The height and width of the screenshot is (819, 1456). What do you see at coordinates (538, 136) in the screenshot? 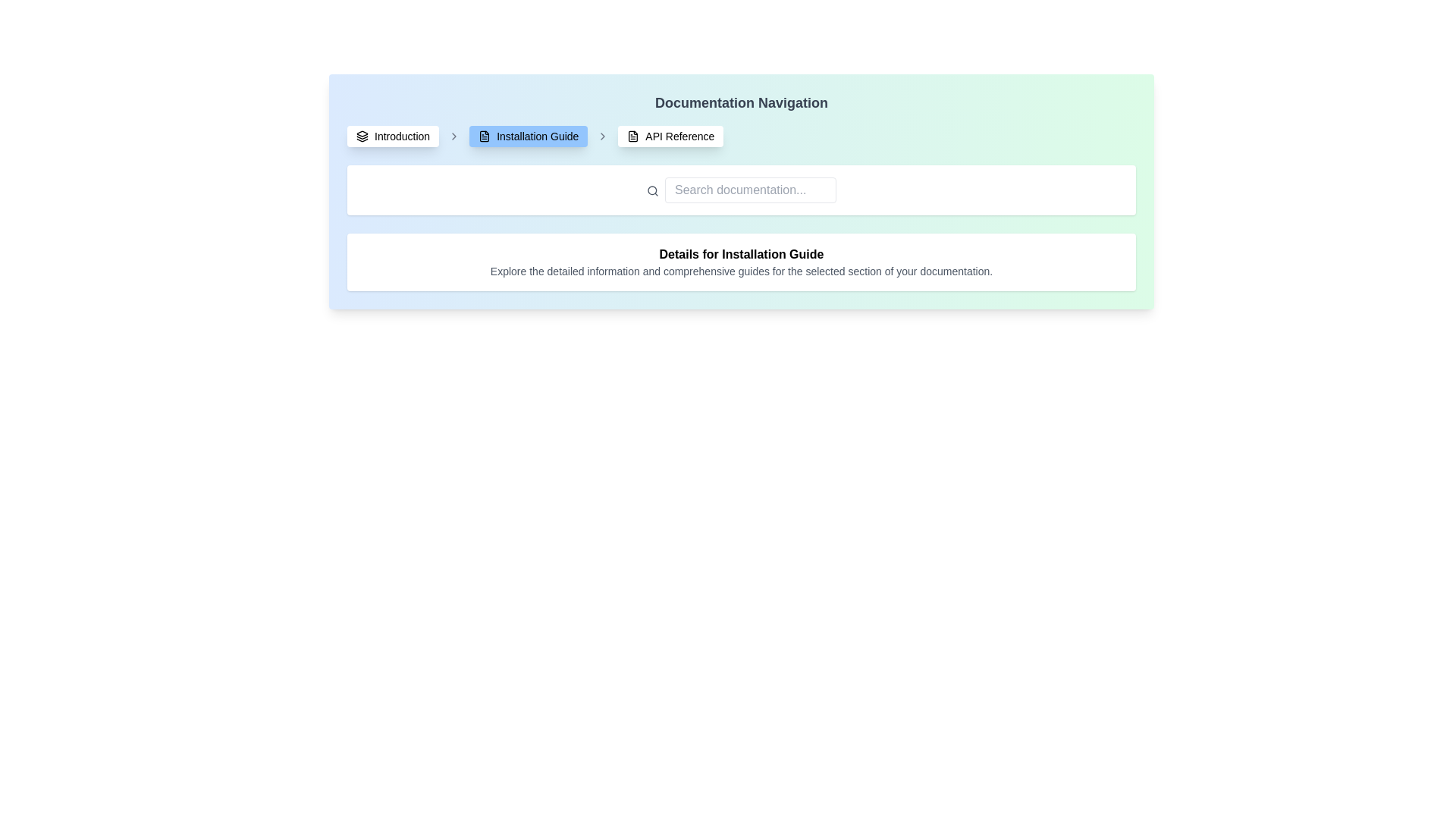
I see `the 'Installation Guide' text label within the breadcrumb navigation button` at bounding box center [538, 136].